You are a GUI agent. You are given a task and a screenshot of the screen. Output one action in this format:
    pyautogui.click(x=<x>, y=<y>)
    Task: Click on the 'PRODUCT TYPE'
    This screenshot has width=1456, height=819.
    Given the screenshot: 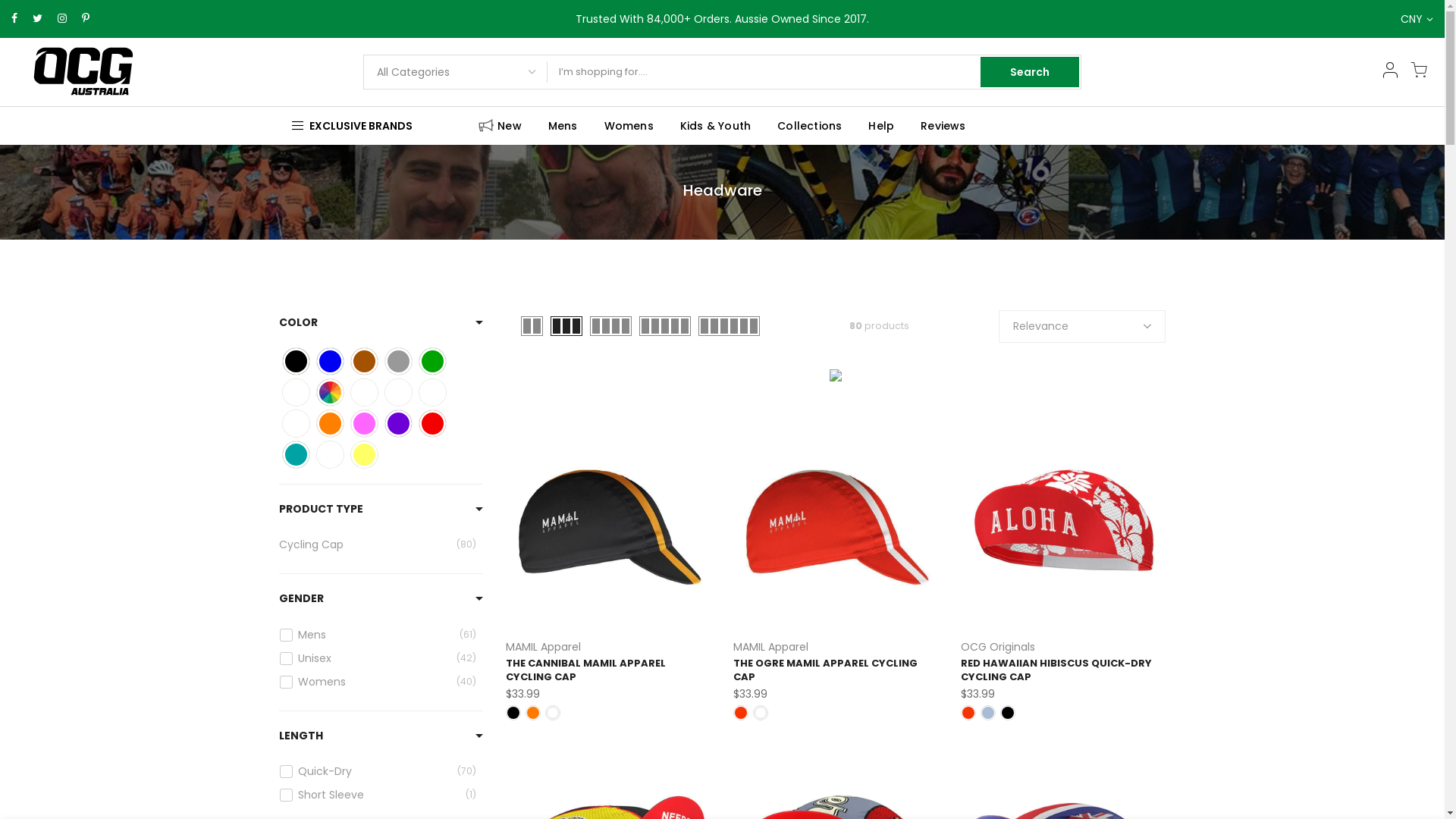 What is the action you would take?
    pyautogui.click(x=279, y=508)
    